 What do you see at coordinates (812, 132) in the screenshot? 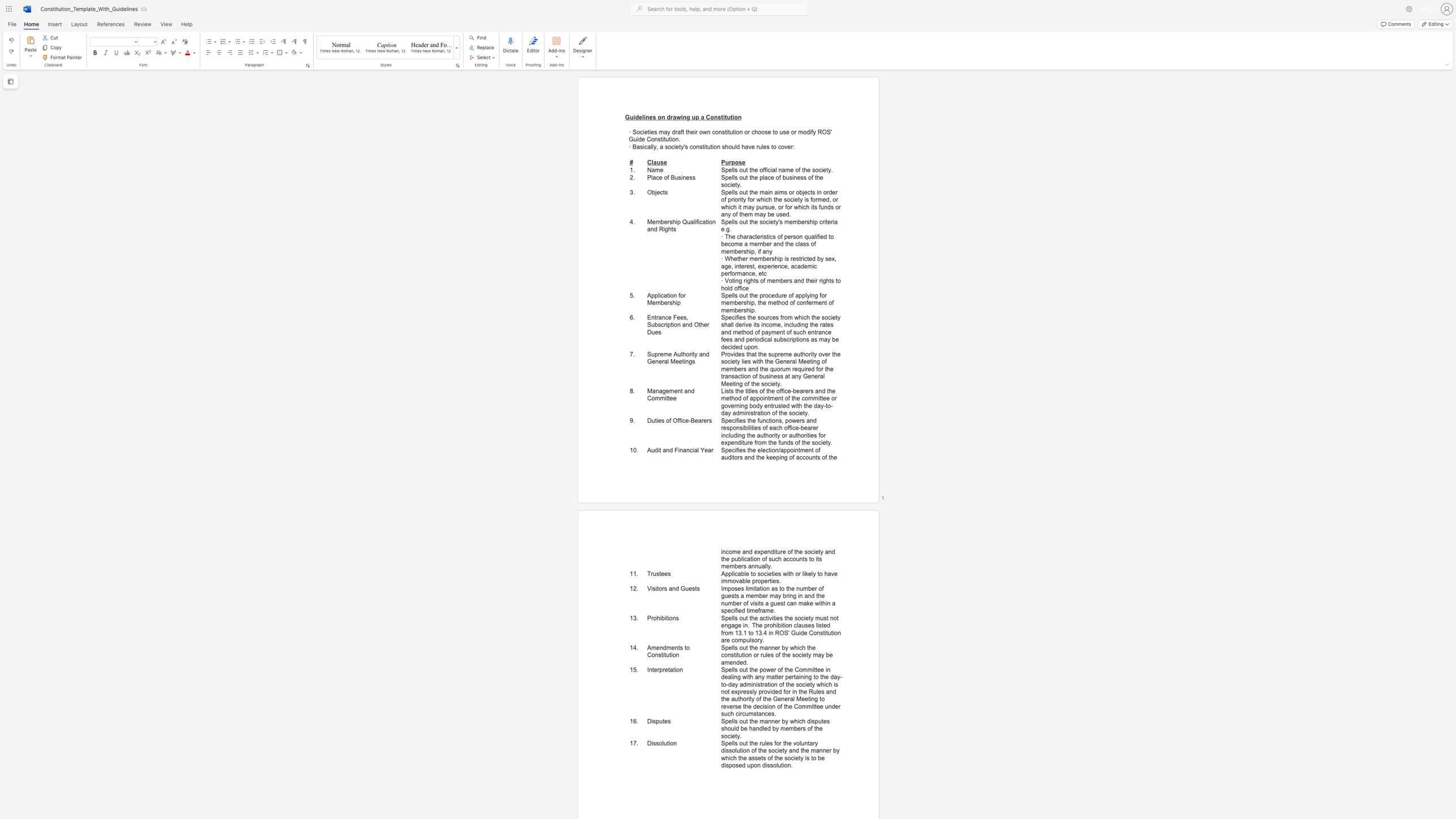
I see `the 2th character "f" in the text` at bounding box center [812, 132].